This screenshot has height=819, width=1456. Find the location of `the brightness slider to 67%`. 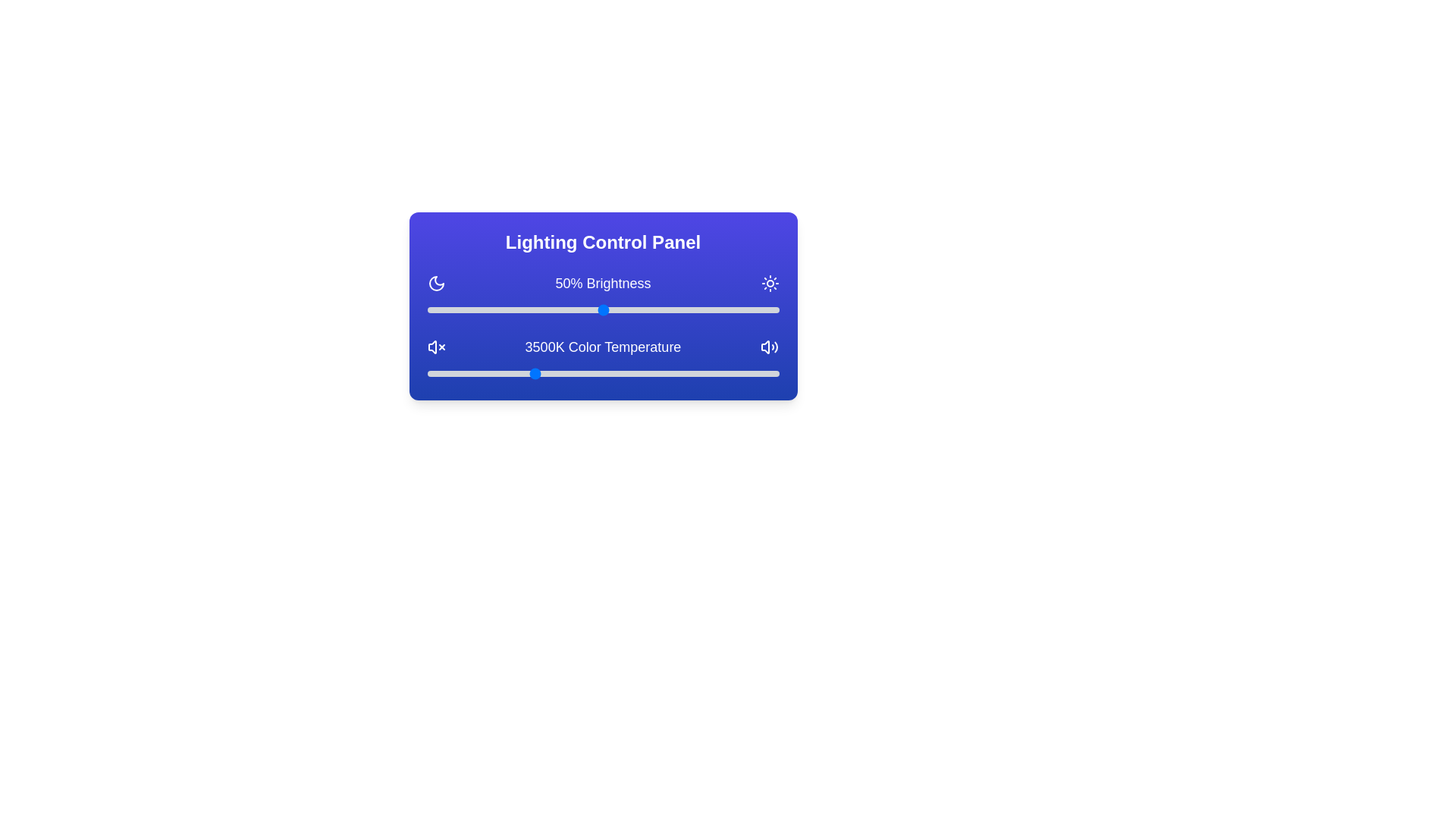

the brightness slider to 67% is located at coordinates (663, 309).